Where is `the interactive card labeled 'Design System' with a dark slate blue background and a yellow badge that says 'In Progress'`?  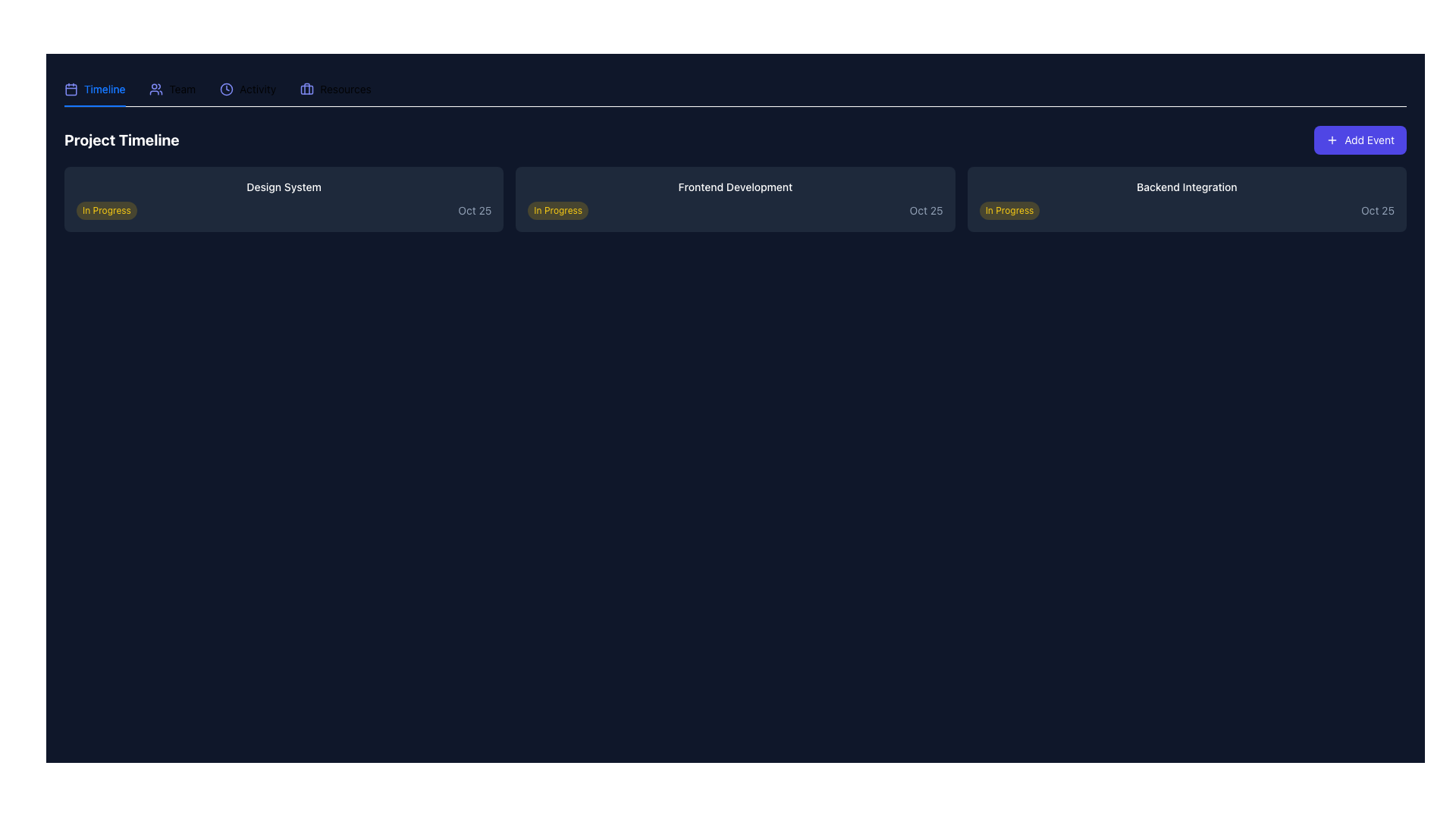
the interactive card labeled 'Design System' with a dark slate blue background and a yellow badge that says 'In Progress' is located at coordinates (284, 198).